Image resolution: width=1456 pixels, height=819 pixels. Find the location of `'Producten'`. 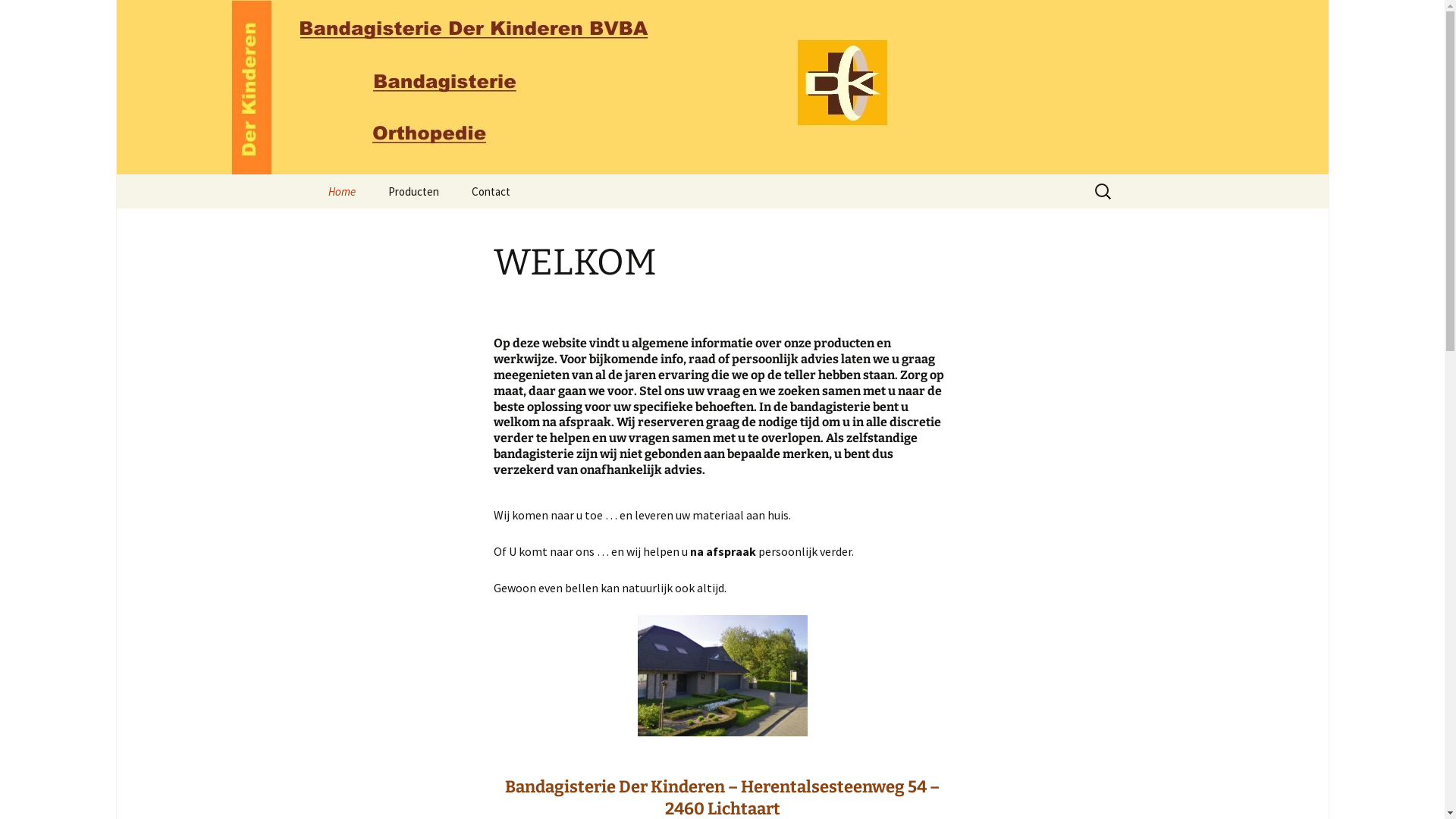

'Producten' is located at coordinates (413, 190).